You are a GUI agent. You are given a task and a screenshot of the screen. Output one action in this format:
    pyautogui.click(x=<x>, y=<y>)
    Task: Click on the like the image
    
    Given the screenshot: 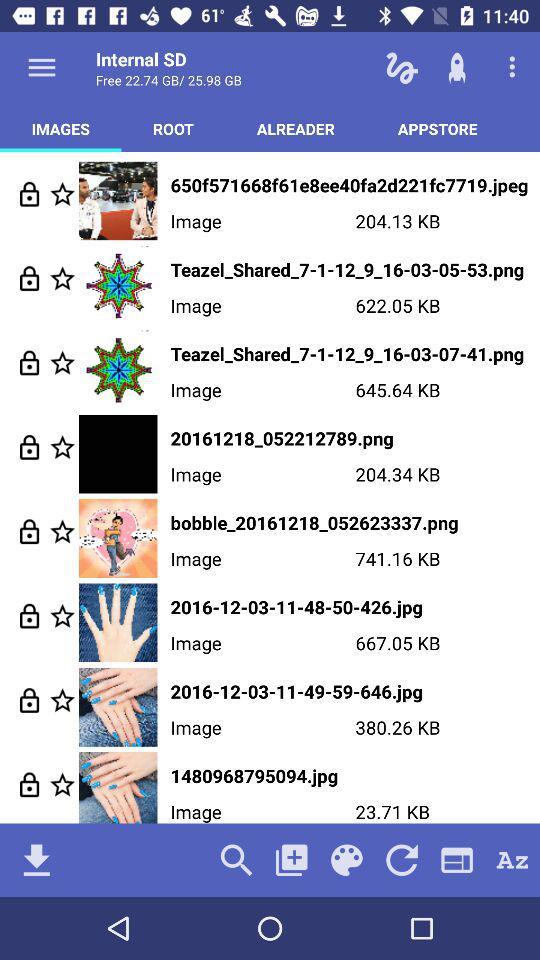 What is the action you would take?
    pyautogui.click(x=62, y=277)
    